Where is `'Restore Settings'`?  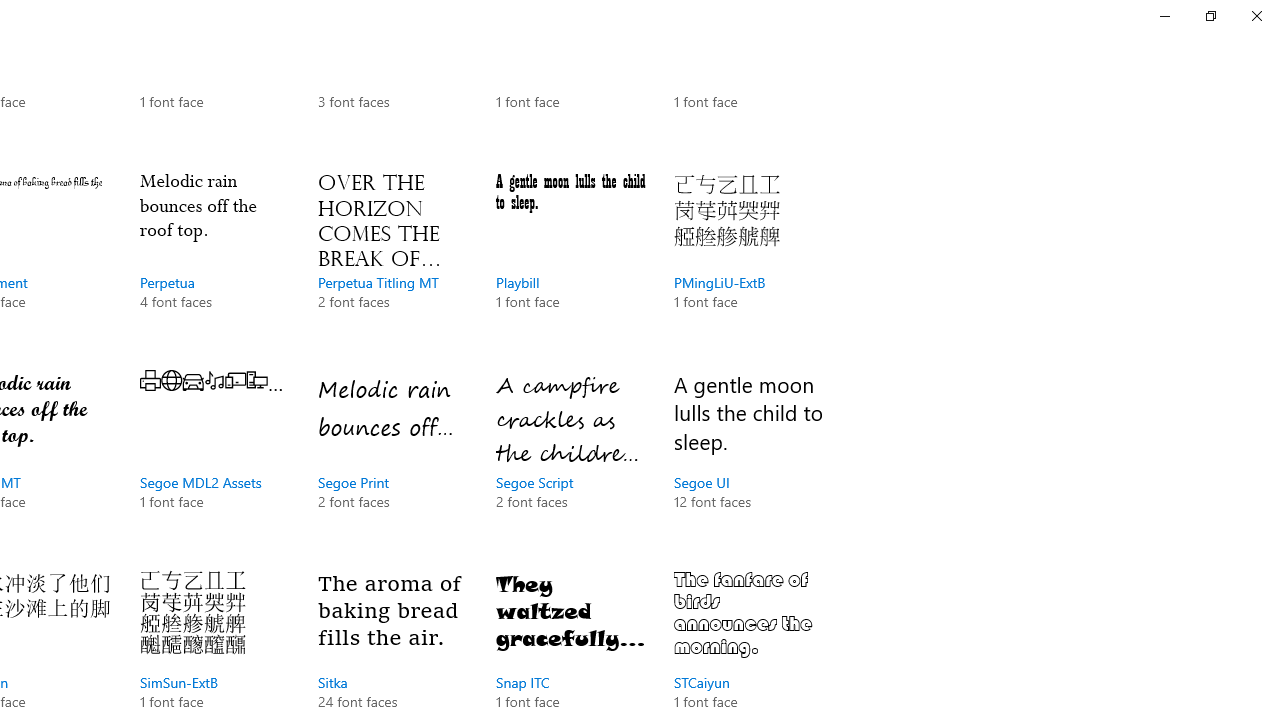 'Restore Settings' is located at coordinates (1209, 15).